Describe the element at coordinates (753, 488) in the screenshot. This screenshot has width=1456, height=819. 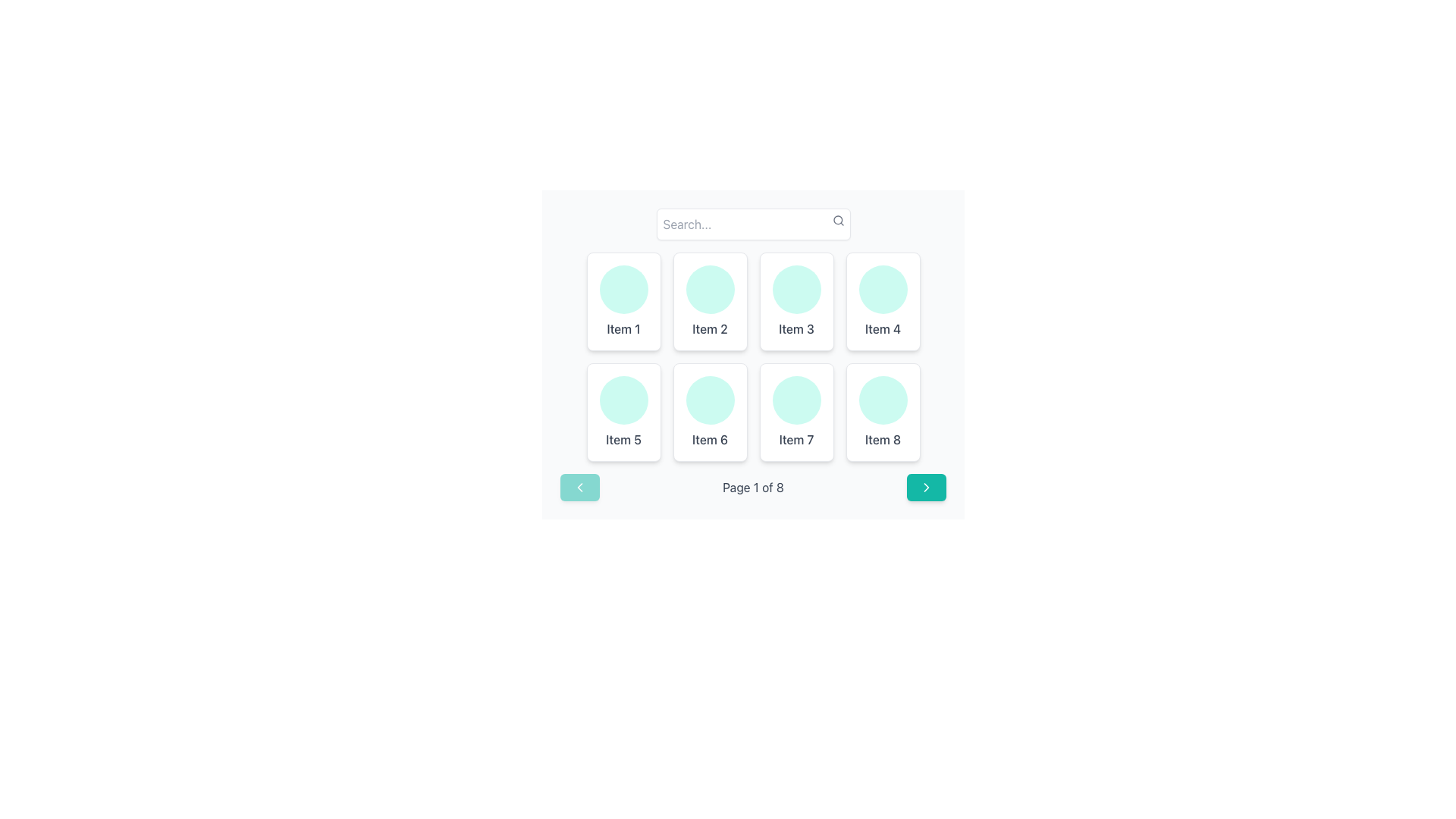
I see `the Text Label that displays the current page and total page count, located below the item grid and centered between the previous and next buttons` at that location.